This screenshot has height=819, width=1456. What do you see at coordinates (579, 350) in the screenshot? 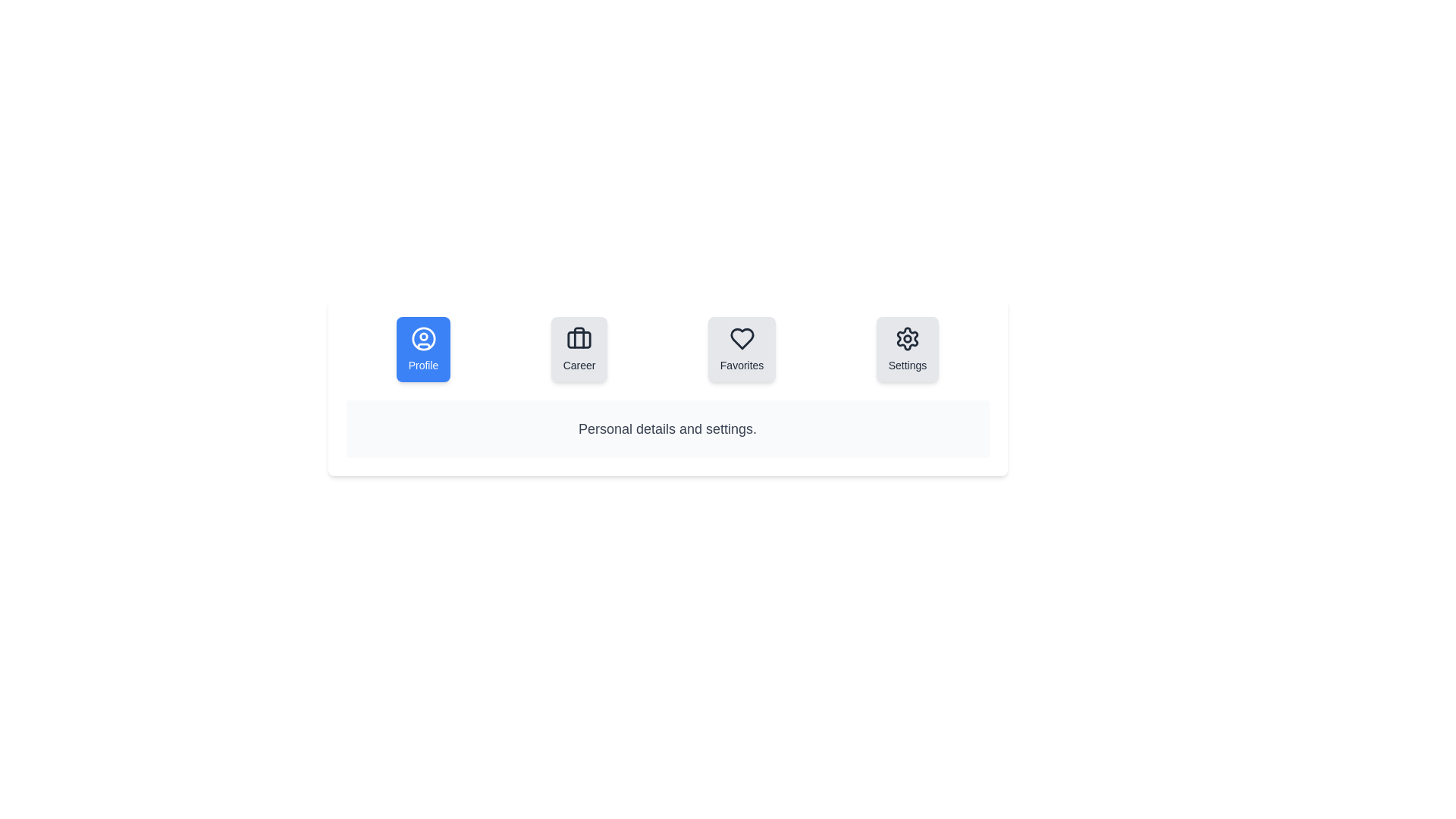
I see `the Career tab` at bounding box center [579, 350].